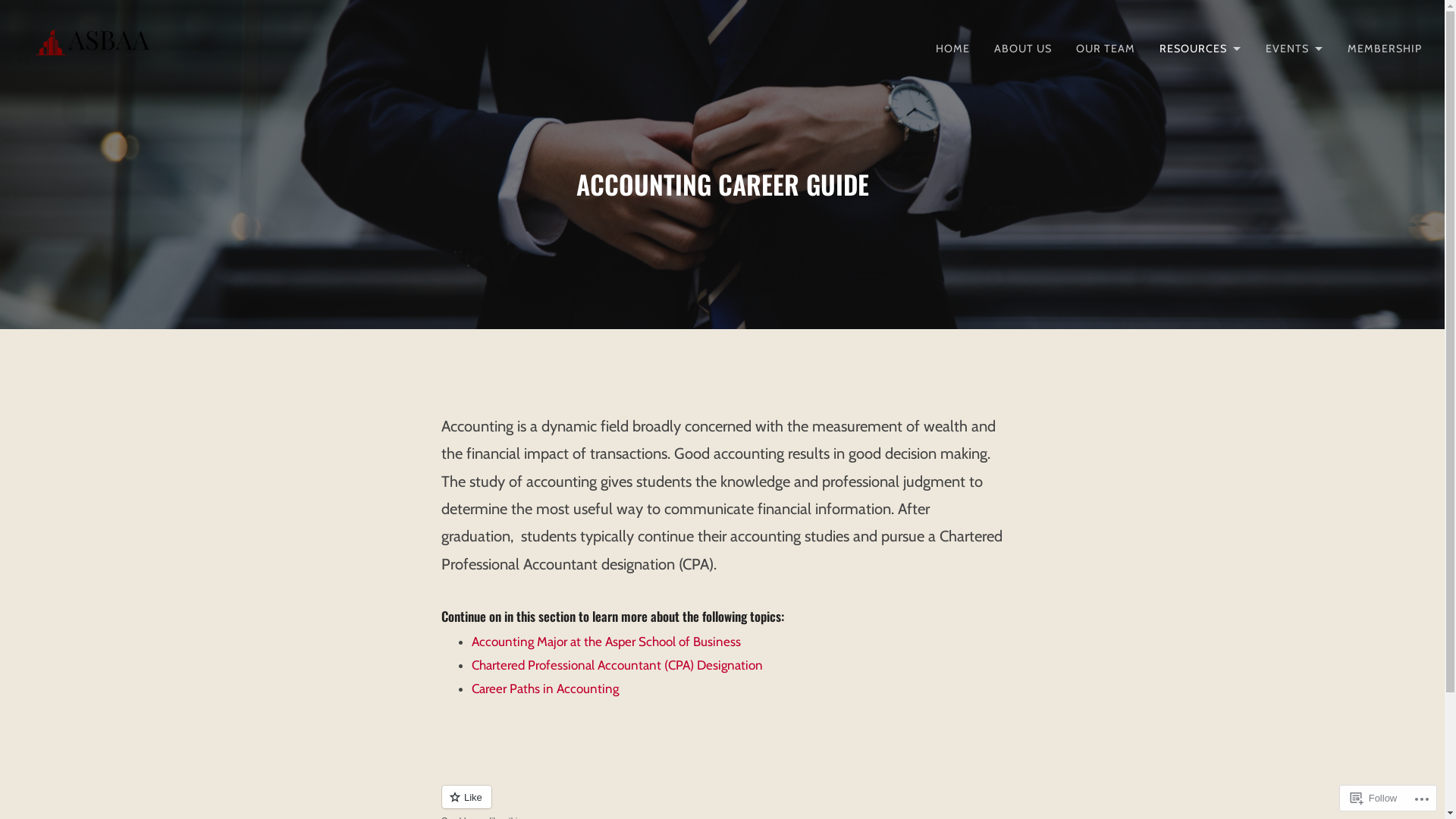 The width and height of the screenshot is (1456, 819). Describe the element at coordinates (605, 641) in the screenshot. I see `'Accounting Major at the Asper School of Business'` at that location.